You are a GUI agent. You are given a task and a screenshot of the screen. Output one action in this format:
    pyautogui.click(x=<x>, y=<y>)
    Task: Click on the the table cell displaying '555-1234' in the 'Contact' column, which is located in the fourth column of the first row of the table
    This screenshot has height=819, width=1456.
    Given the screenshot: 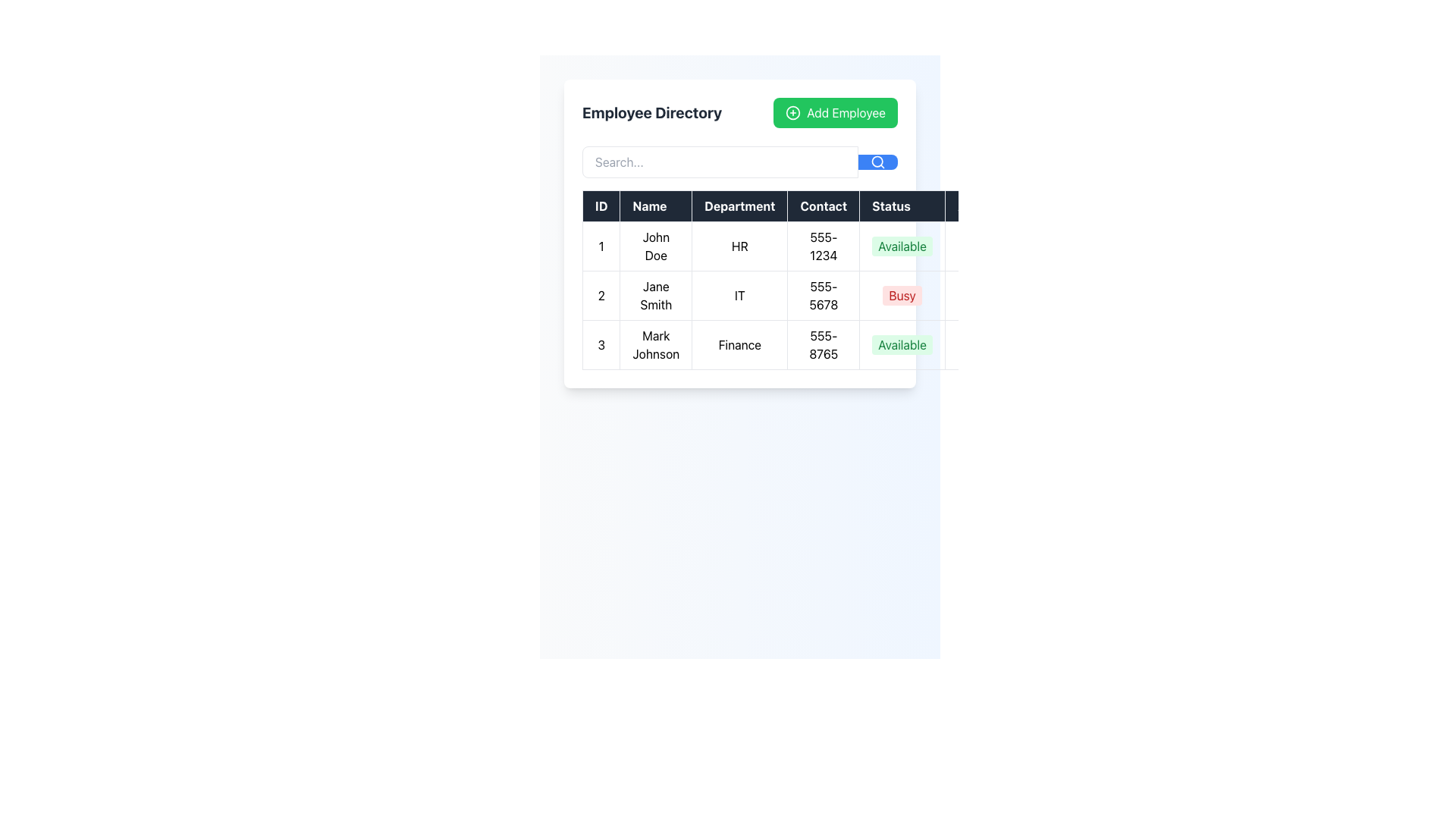 What is the action you would take?
    pyautogui.click(x=823, y=245)
    